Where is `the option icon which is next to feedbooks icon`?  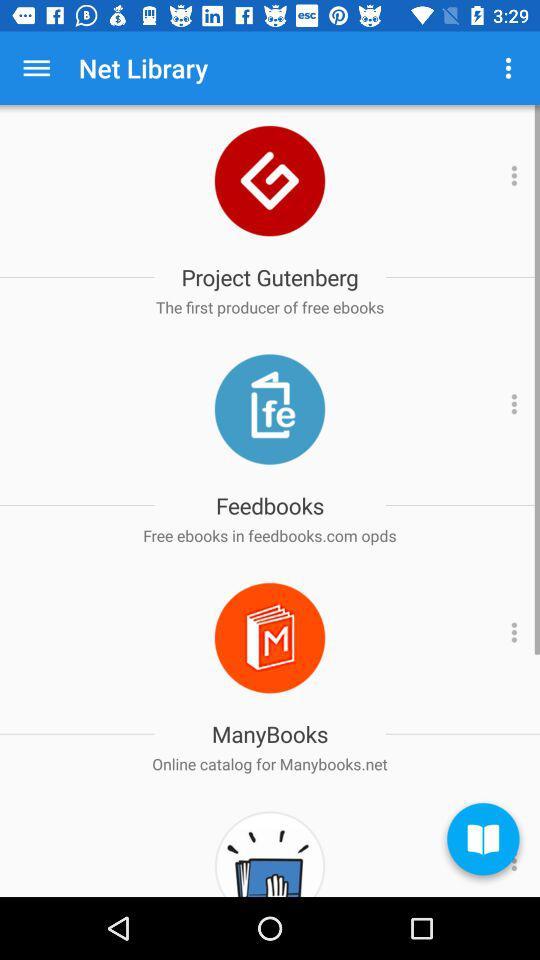
the option icon which is next to feedbooks icon is located at coordinates (511, 408).